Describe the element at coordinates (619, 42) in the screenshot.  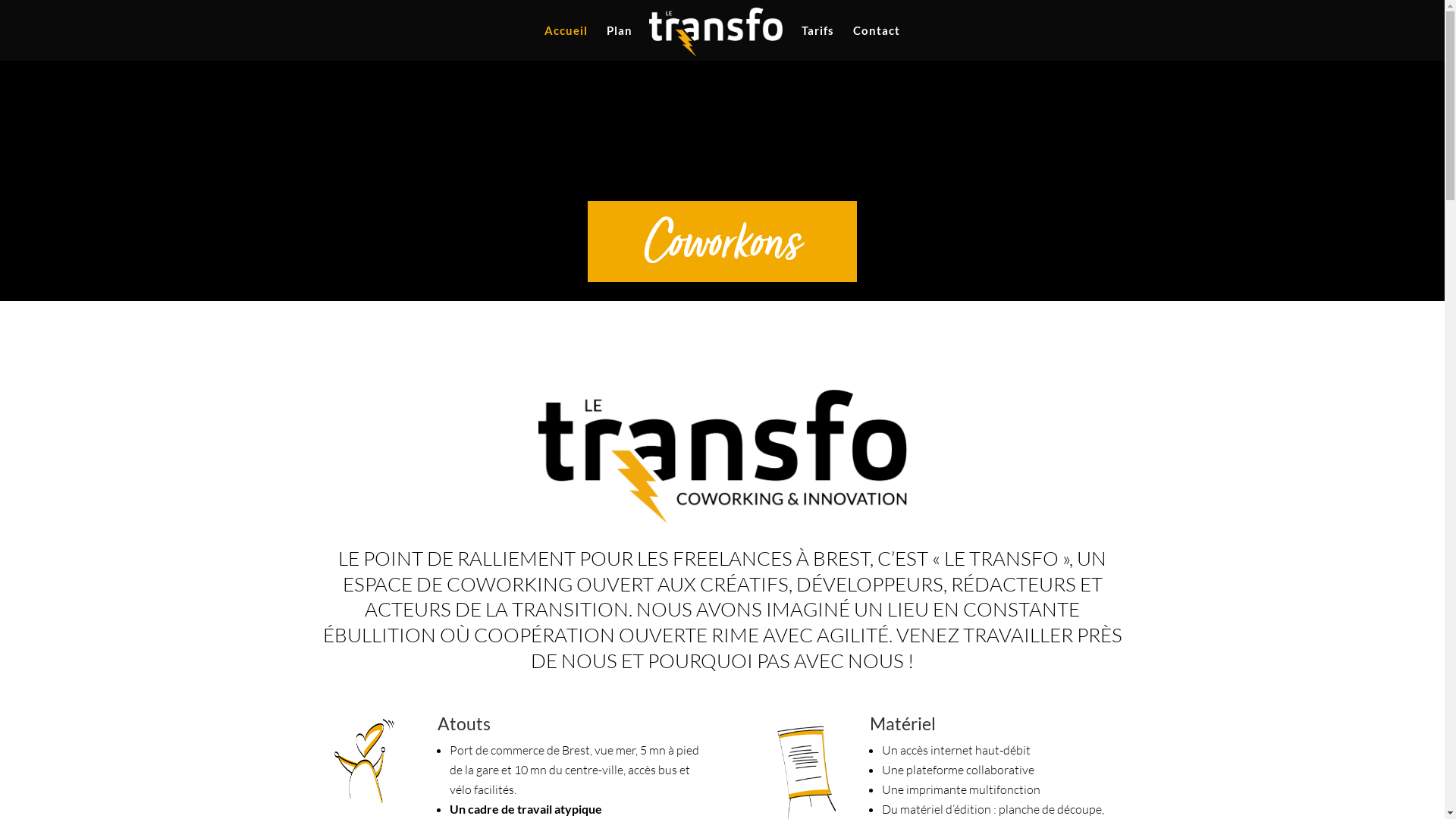
I see `'Plan'` at that location.